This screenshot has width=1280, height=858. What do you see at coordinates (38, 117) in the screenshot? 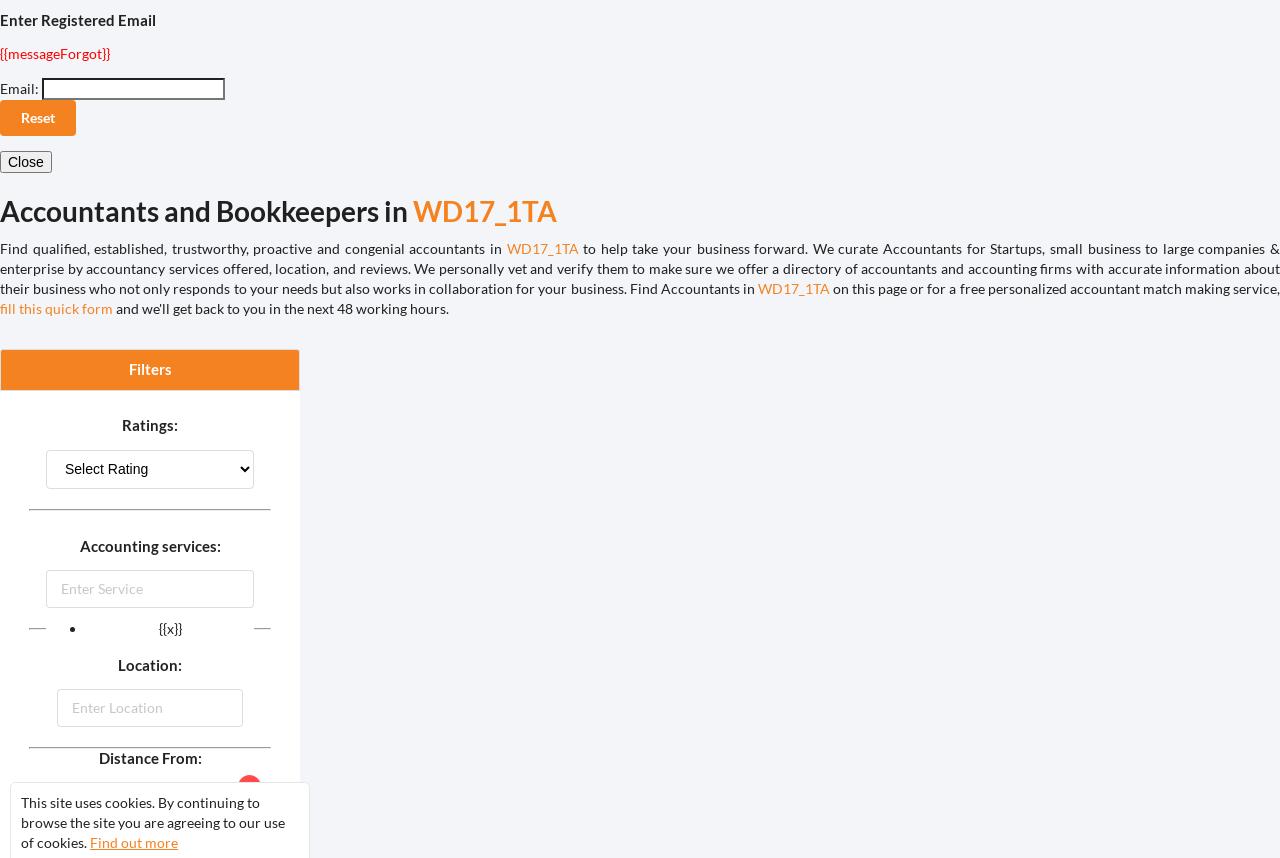
I see `'Reset'` at bounding box center [38, 117].